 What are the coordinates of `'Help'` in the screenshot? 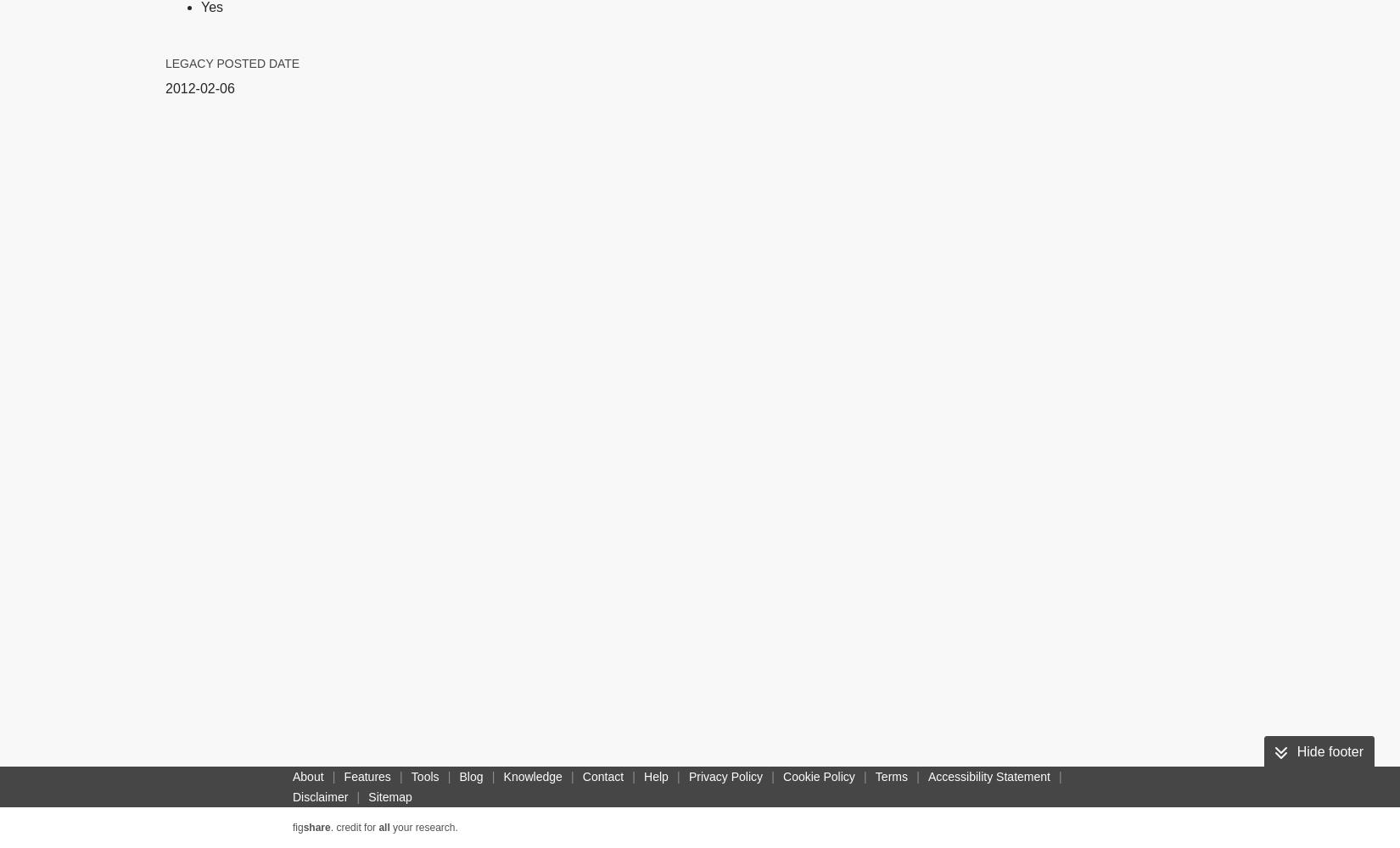 It's located at (655, 777).